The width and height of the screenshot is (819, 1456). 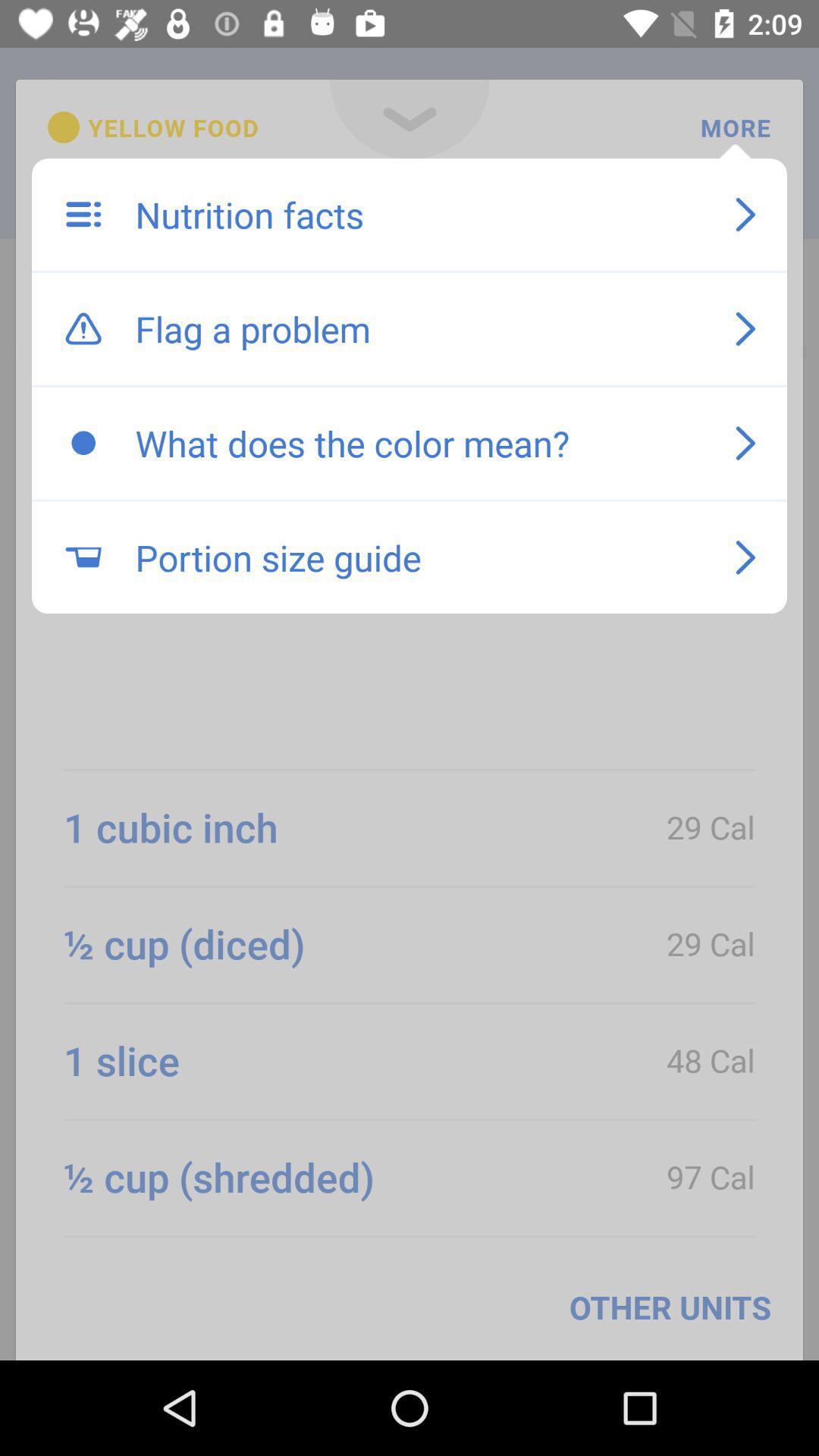 I want to click on the item below the flag a problem, so click(x=419, y=442).